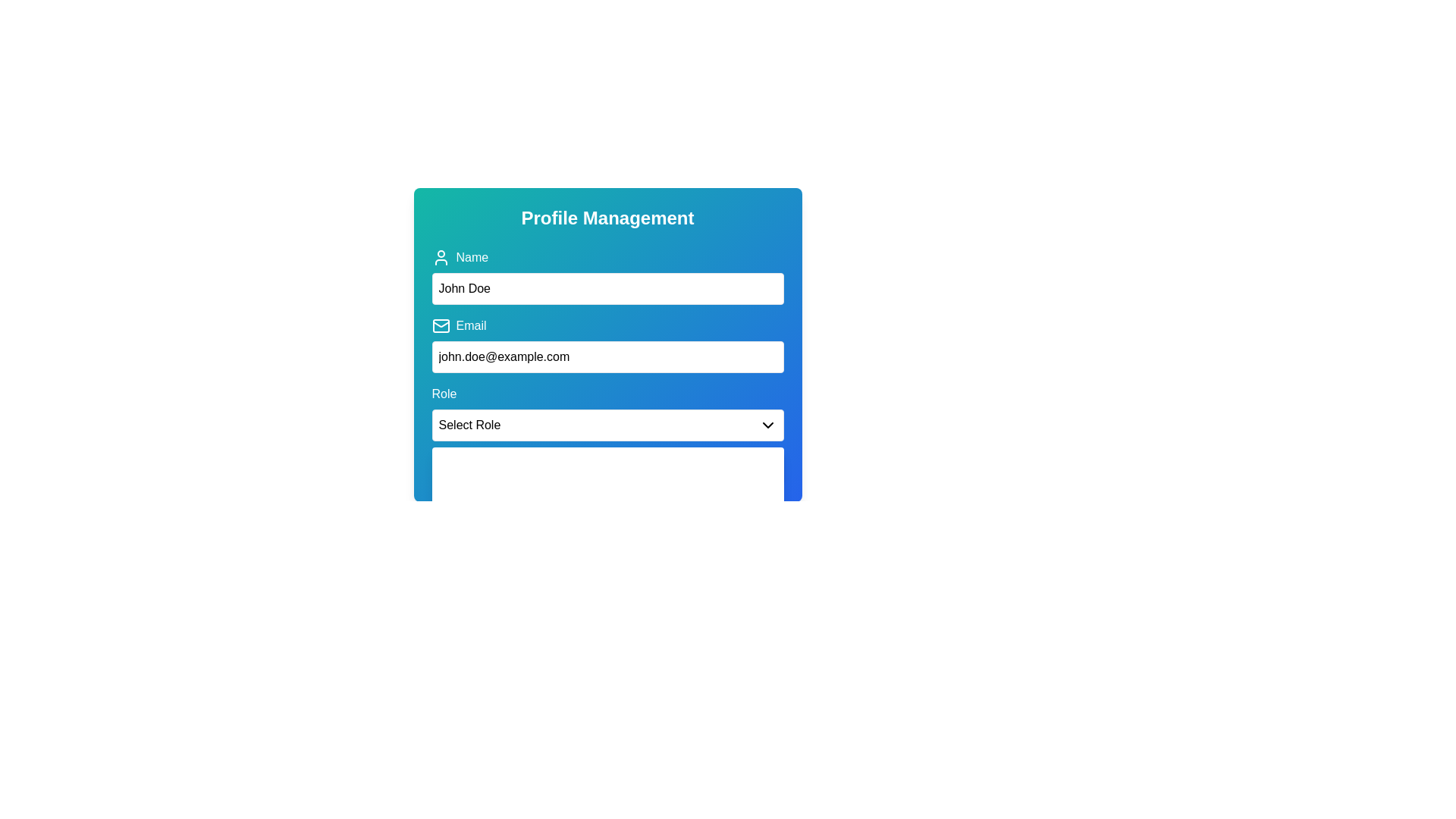  Describe the element at coordinates (607, 218) in the screenshot. I see `the 'Profile Management' title text label, which is styled as bold and has a larger font size, located at the top of the input fields and buttons within a green-to-blue gradient background` at that location.